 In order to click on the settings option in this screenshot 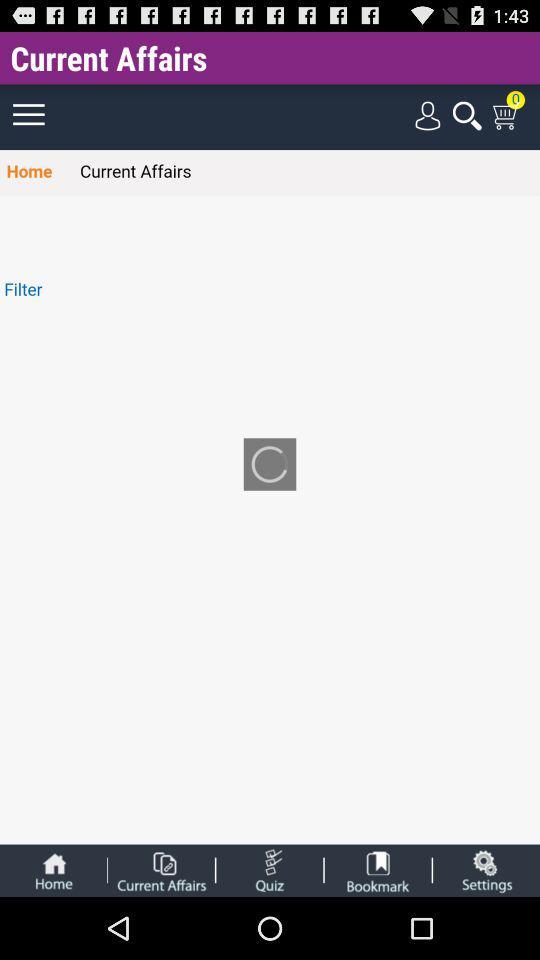, I will do `click(485, 869)`.